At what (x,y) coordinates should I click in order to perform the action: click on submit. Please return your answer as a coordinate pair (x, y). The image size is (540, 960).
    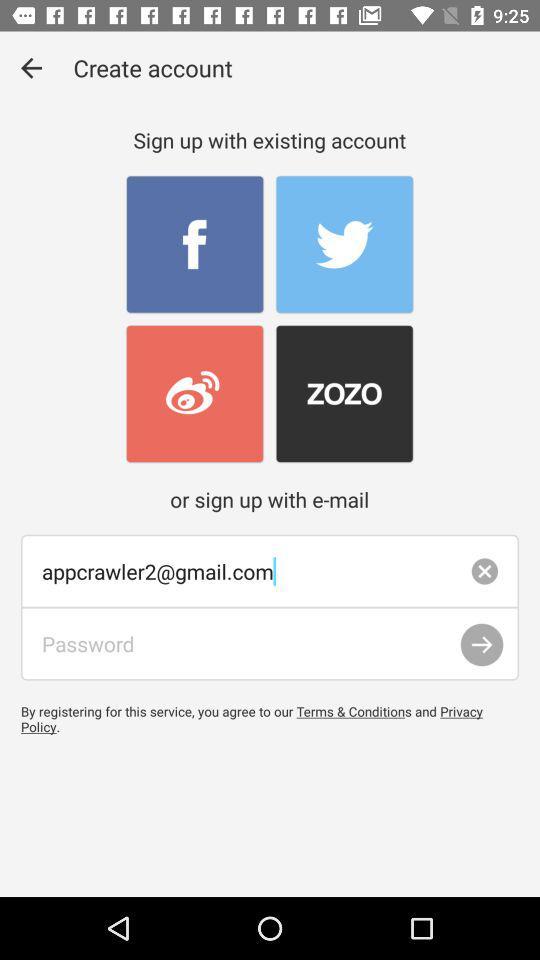
    Looking at the image, I should click on (481, 644).